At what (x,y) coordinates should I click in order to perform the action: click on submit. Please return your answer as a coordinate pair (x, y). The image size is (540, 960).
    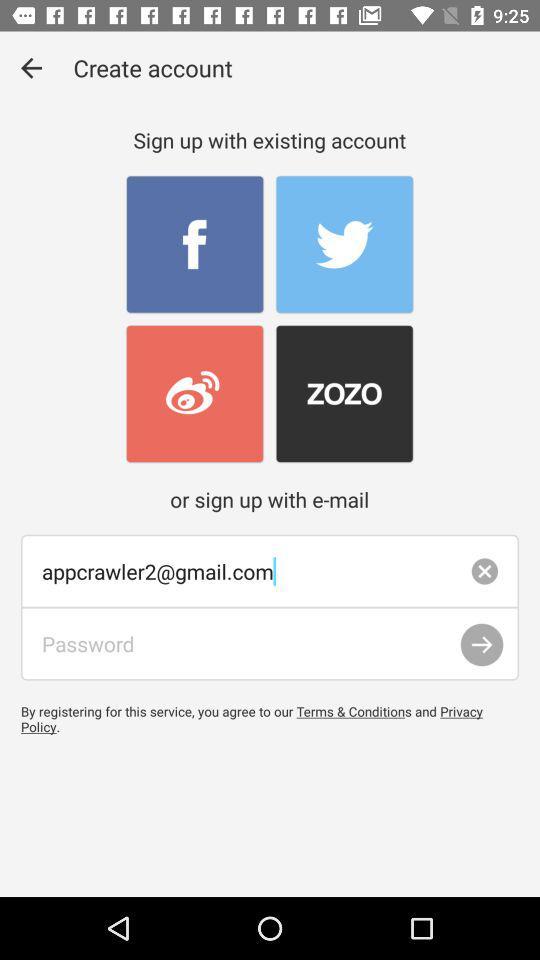
    Looking at the image, I should click on (481, 644).